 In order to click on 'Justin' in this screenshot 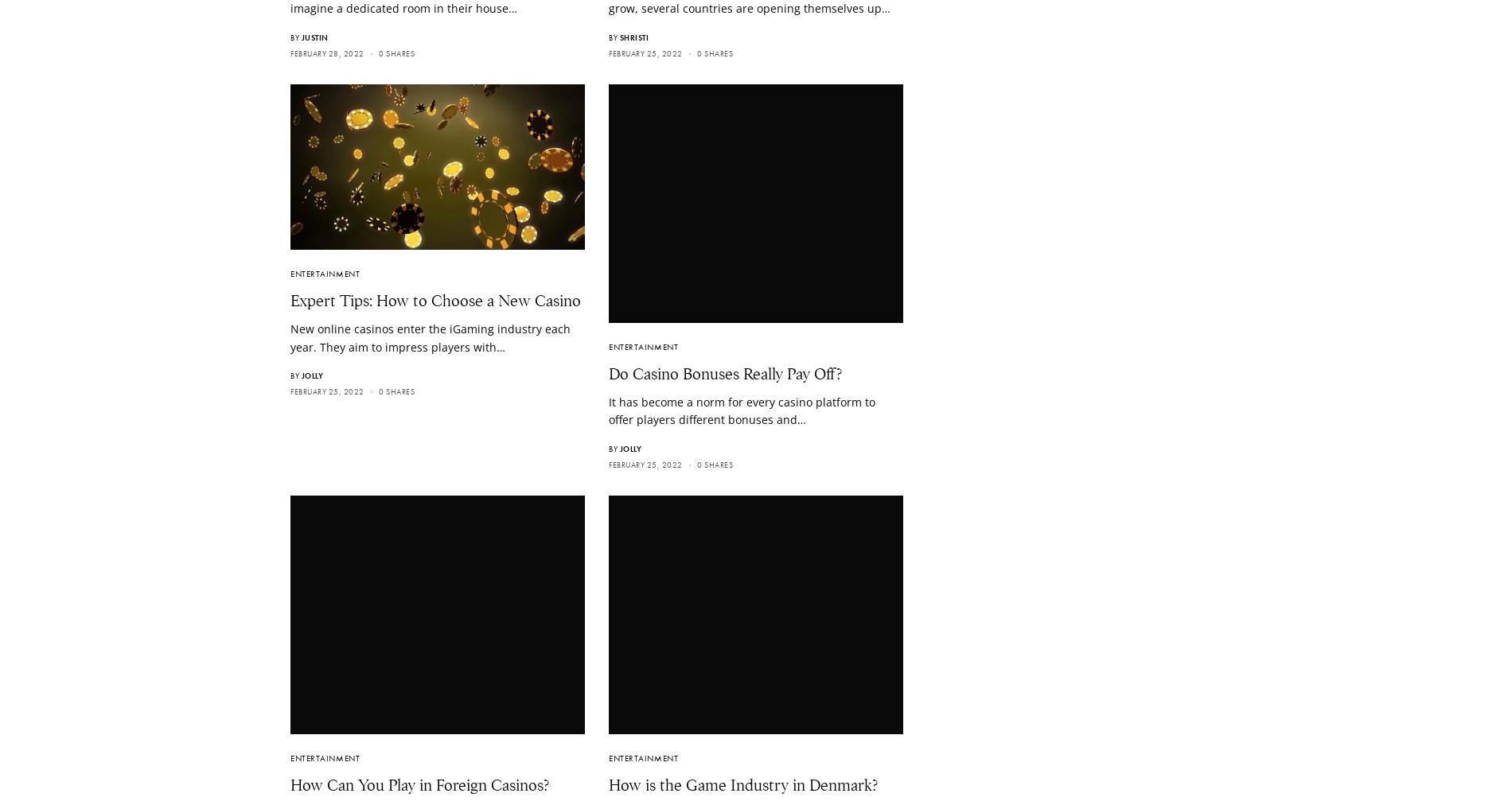, I will do `click(314, 36)`.